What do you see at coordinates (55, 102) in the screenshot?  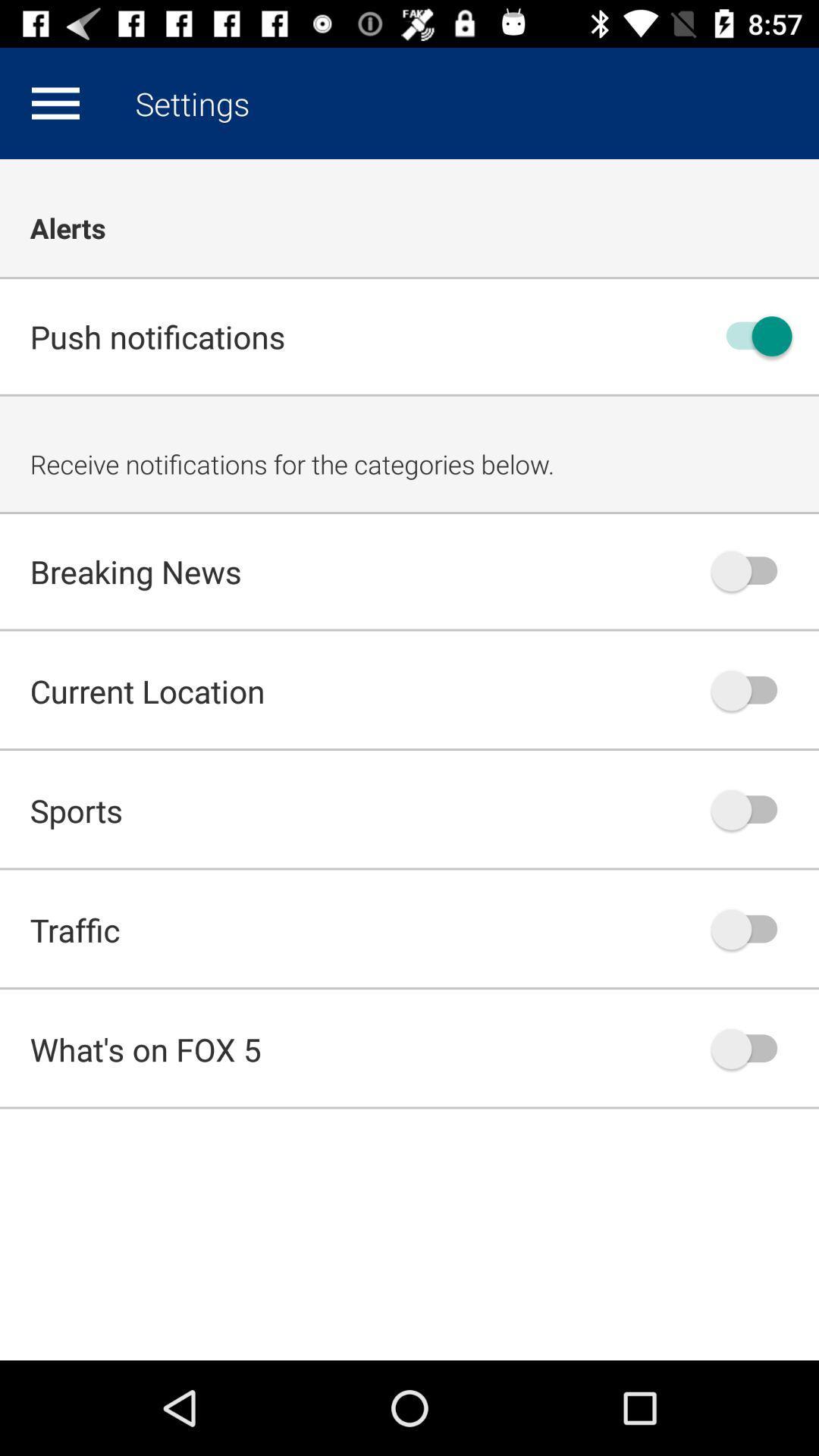 I see `displays menu` at bounding box center [55, 102].